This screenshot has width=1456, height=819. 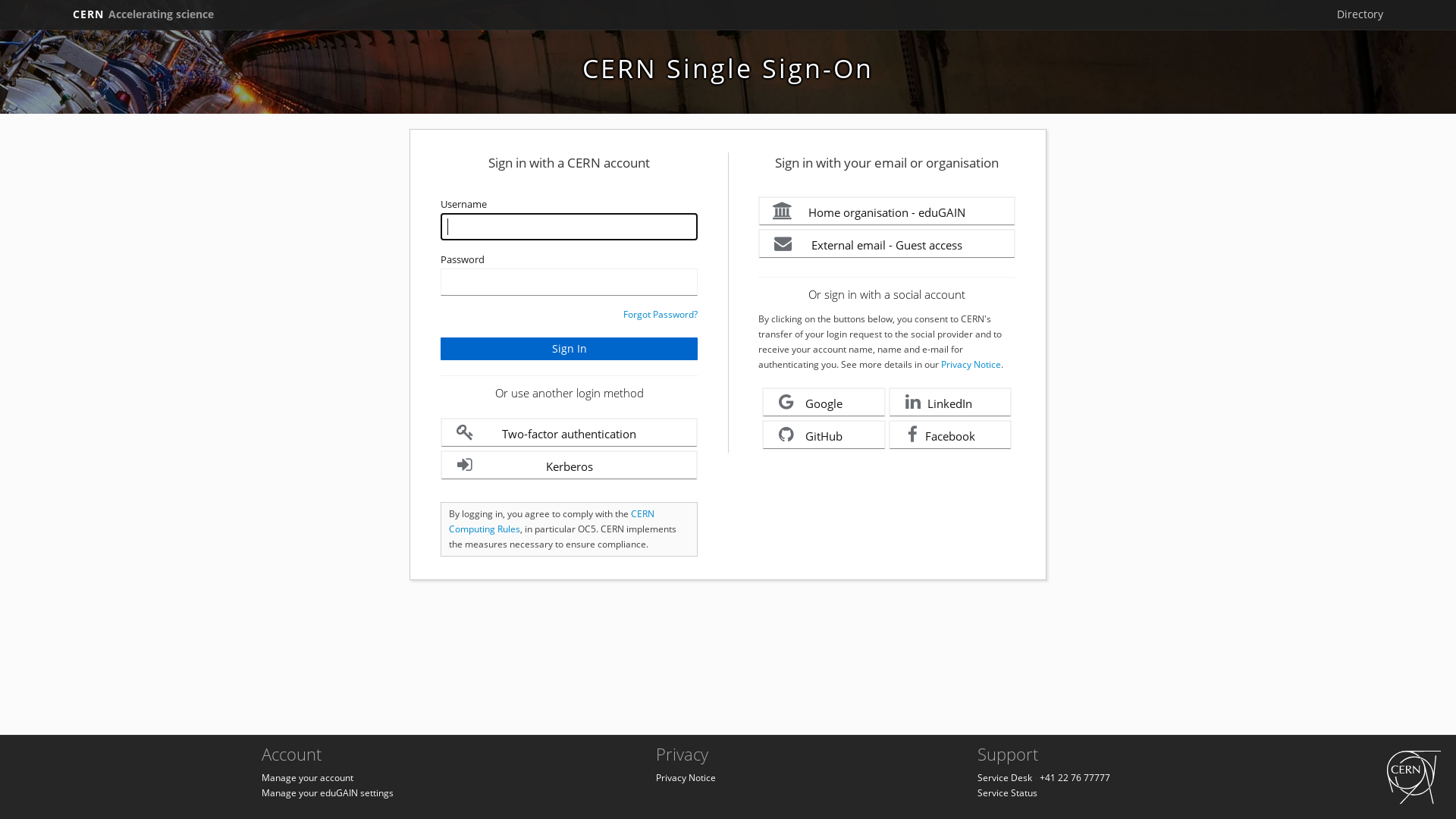 I want to click on 'Home organisation - eduGAIN', so click(x=886, y=211).